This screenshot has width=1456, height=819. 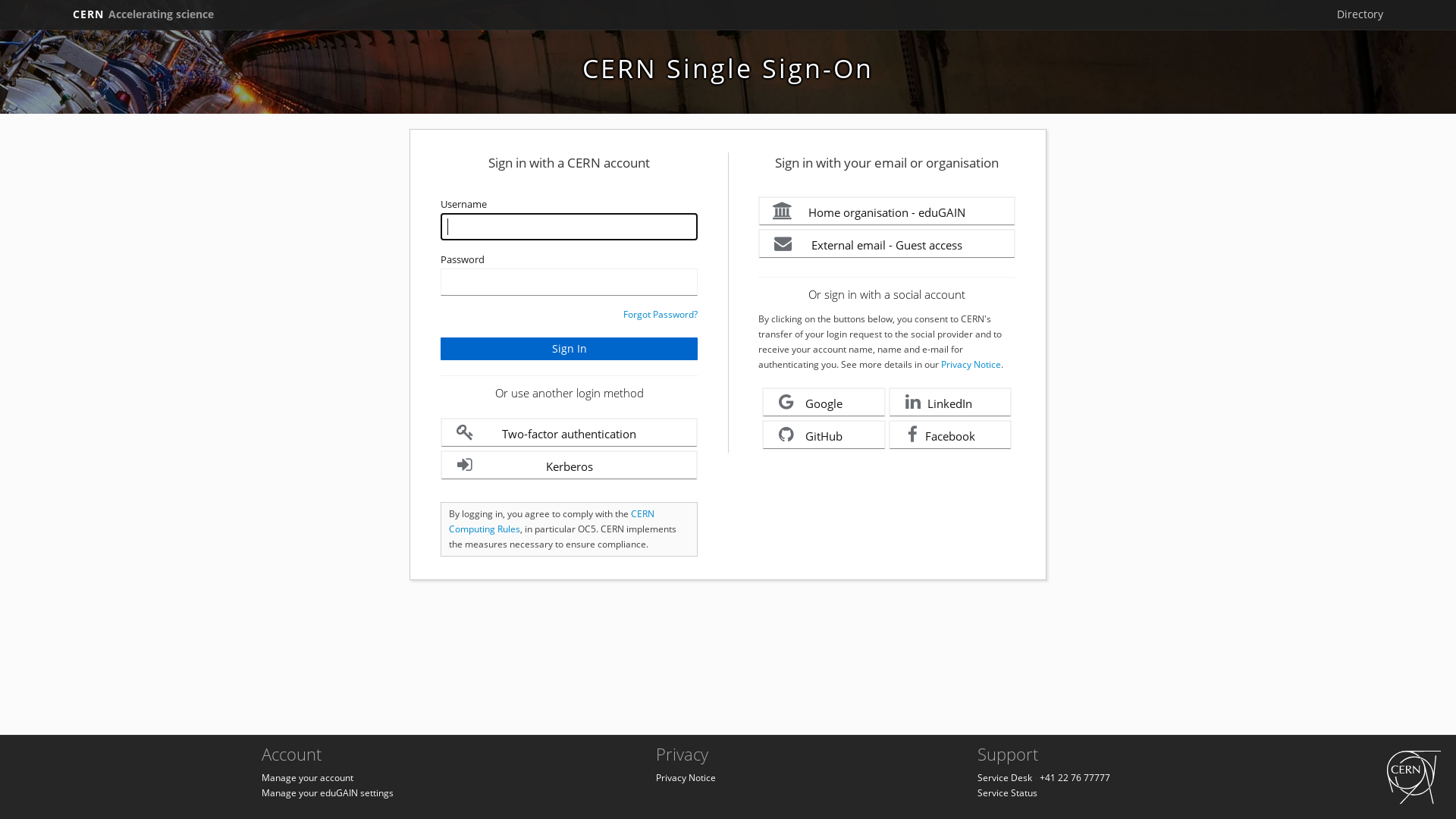 I want to click on 'Home organisation - eduGAIN', so click(x=886, y=211).